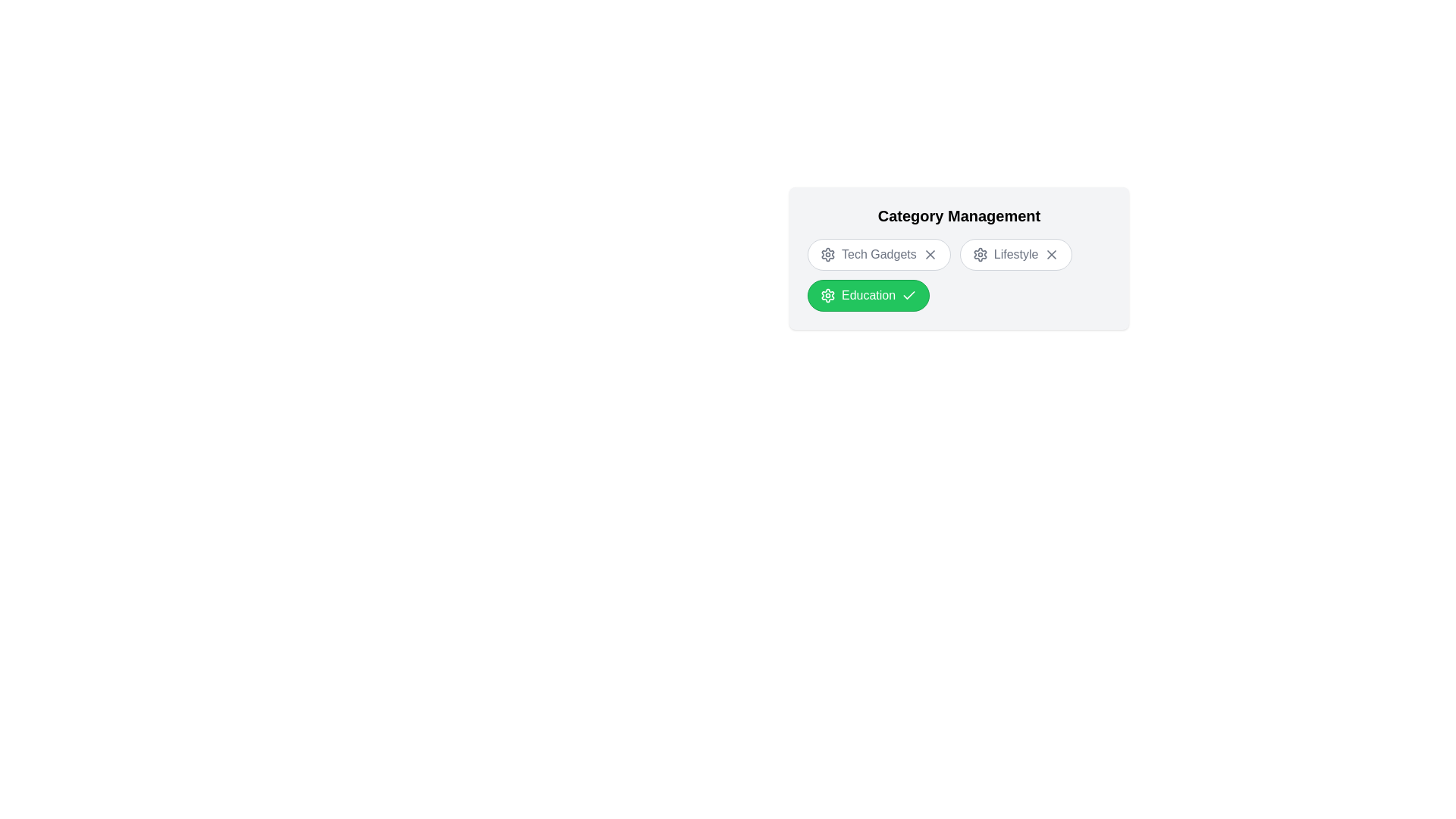 The width and height of the screenshot is (1456, 819). What do you see at coordinates (878, 253) in the screenshot?
I see `the 'Tech Gadgets' chip to toggle its activation state` at bounding box center [878, 253].